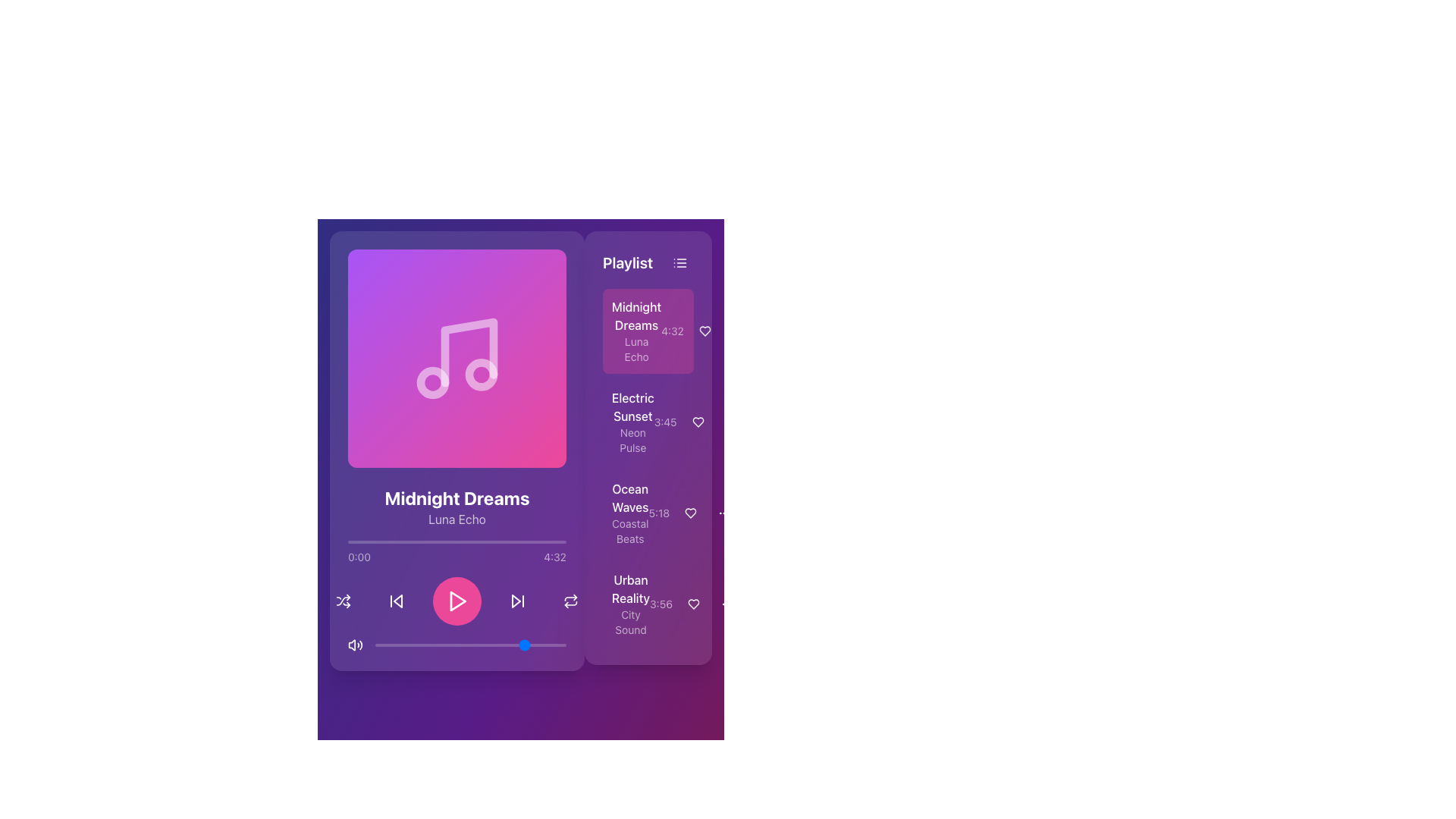 The height and width of the screenshot is (819, 1456). What do you see at coordinates (630, 513) in the screenshot?
I see `the text label displaying the music track's title and subtitle, located in the right panel of the playlist interface, specifically the third item between 'Electric Sunset' and 'Urban Reality.'` at bounding box center [630, 513].